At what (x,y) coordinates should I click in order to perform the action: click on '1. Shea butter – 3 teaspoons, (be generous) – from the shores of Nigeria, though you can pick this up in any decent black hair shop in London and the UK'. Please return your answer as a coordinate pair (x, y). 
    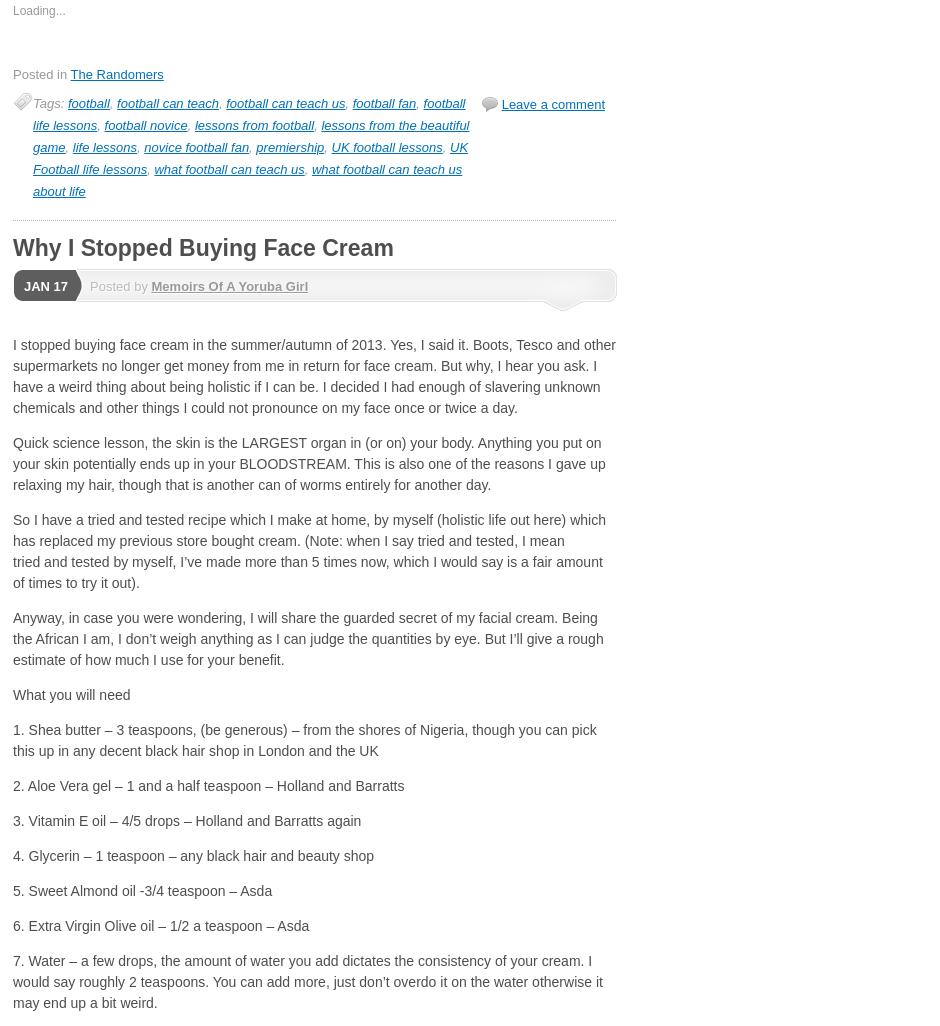
    Looking at the image, I should click on (303, 740).